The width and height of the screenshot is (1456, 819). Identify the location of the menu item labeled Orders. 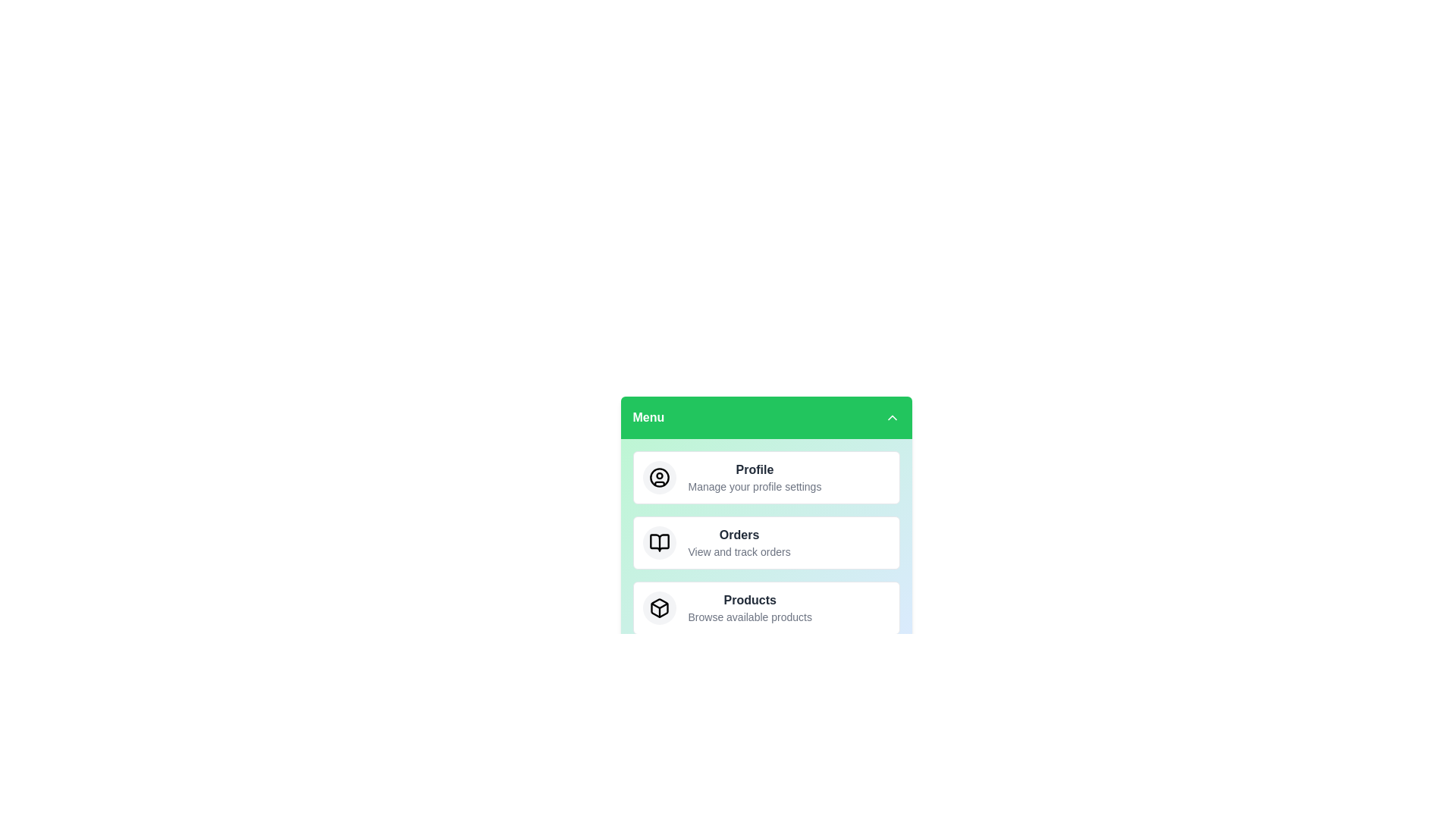
(766, 542).